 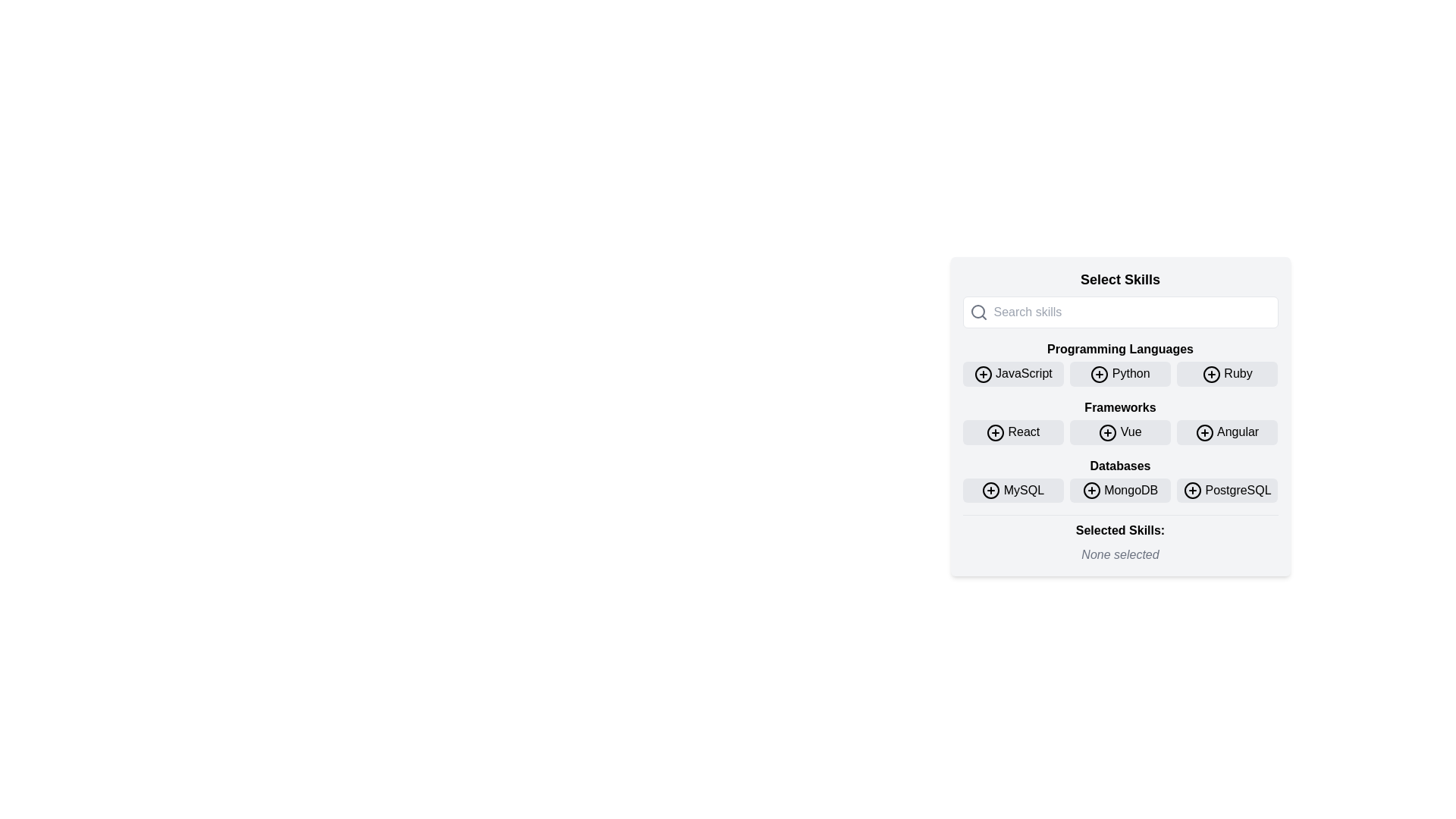 I want to click on the SVG graphical circle element with a 10-unit radius, located centrally in the second row and second column of the Programming Languages grid, so click(x=1100, y=374).